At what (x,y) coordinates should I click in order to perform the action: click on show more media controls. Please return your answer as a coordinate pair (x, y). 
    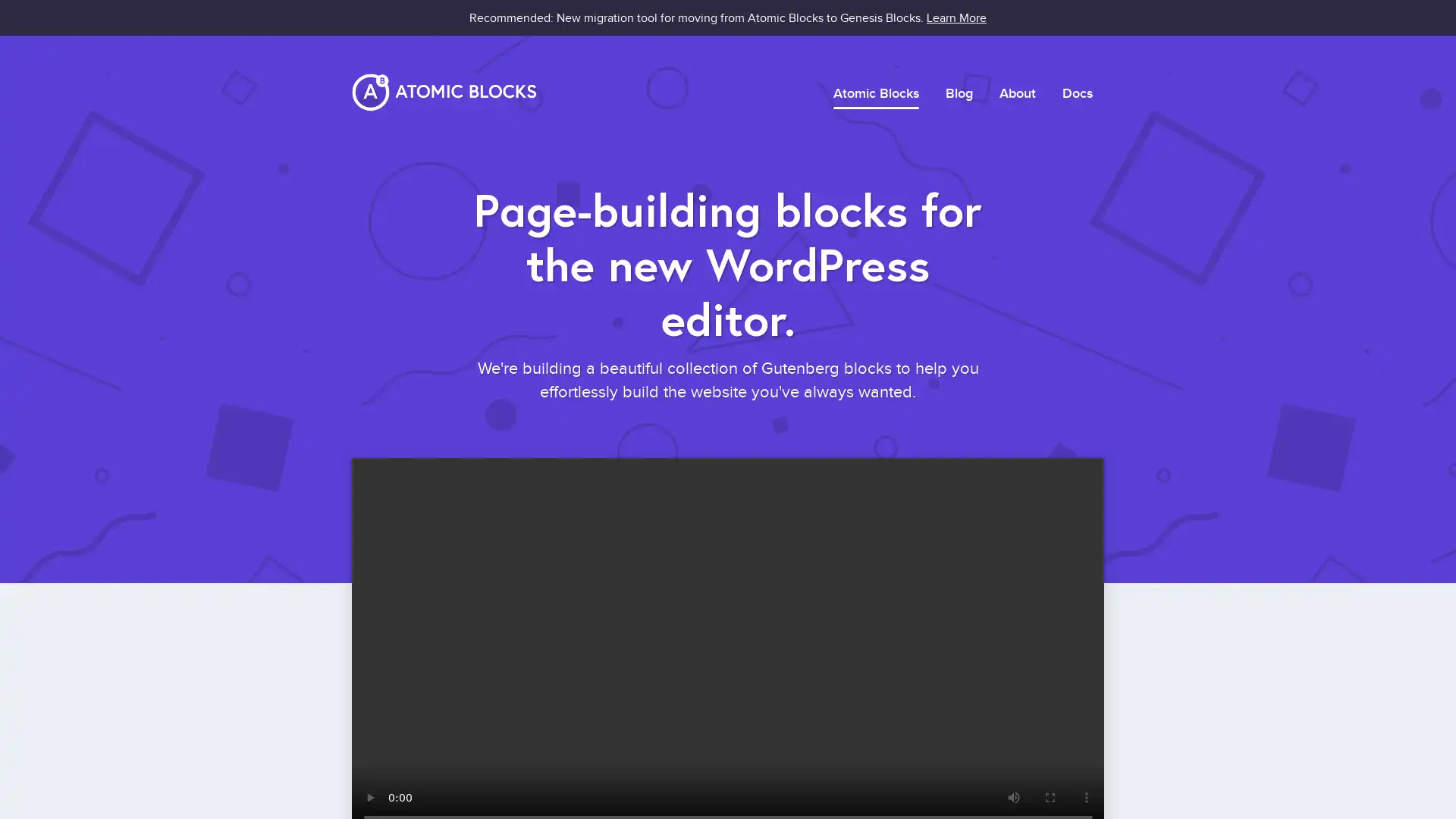
    Looking at the image, I should click on (1084, 797).